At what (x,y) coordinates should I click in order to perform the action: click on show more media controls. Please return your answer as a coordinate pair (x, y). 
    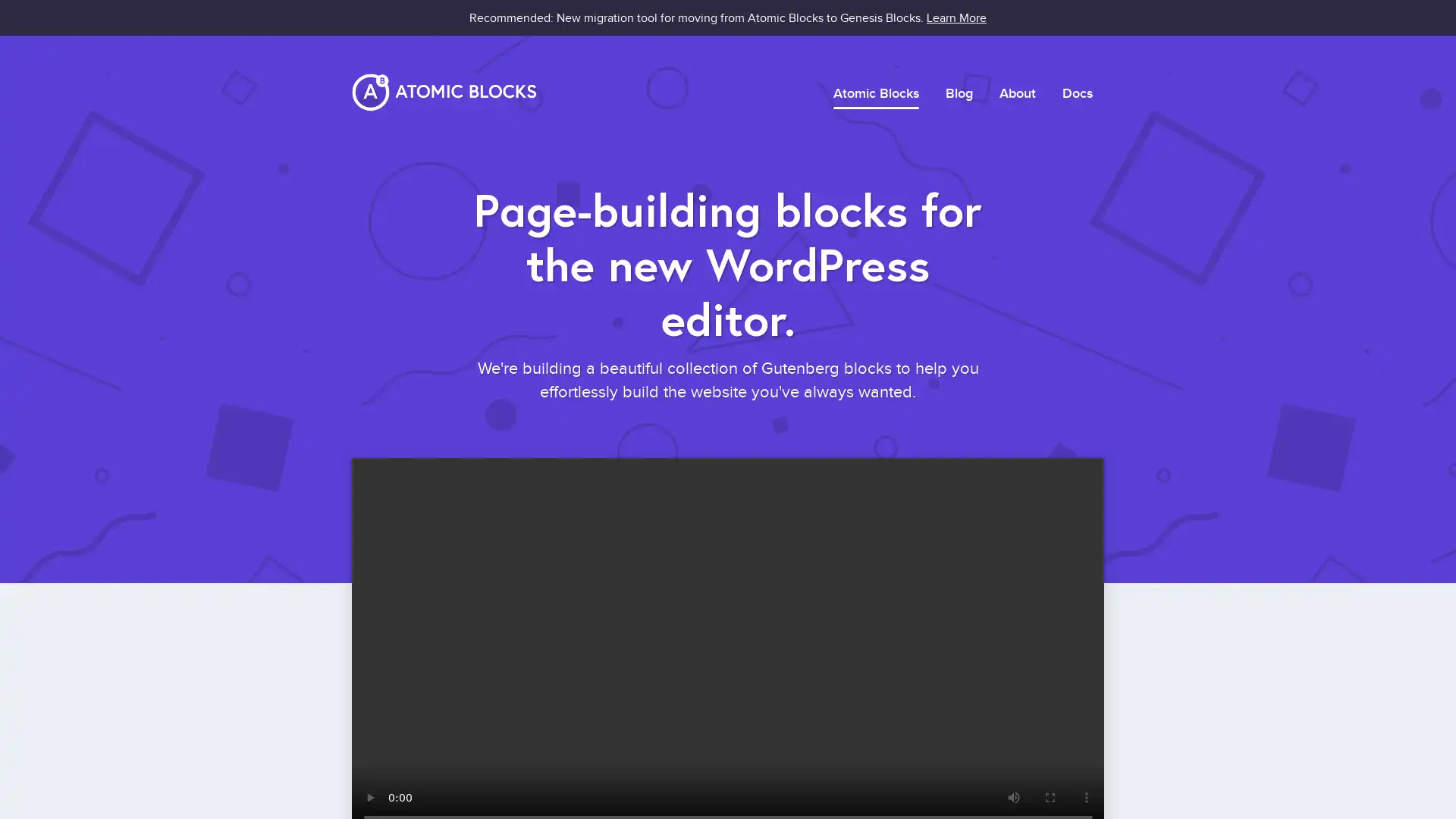
    Looking at the image, I should click on (1084, 797).